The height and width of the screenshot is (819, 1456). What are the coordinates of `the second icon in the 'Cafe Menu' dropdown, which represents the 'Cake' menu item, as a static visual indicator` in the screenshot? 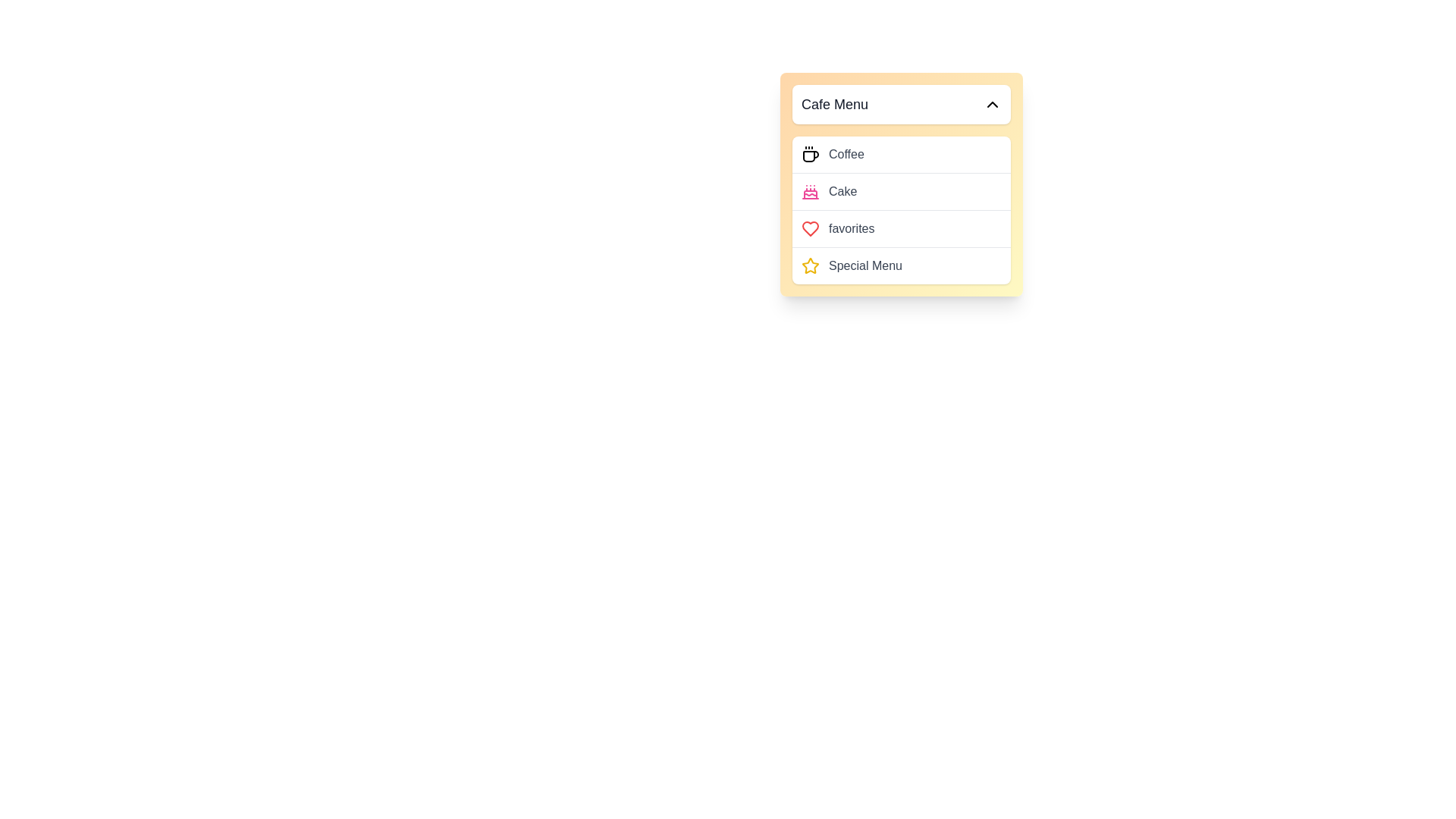 It's located at (810, 191).